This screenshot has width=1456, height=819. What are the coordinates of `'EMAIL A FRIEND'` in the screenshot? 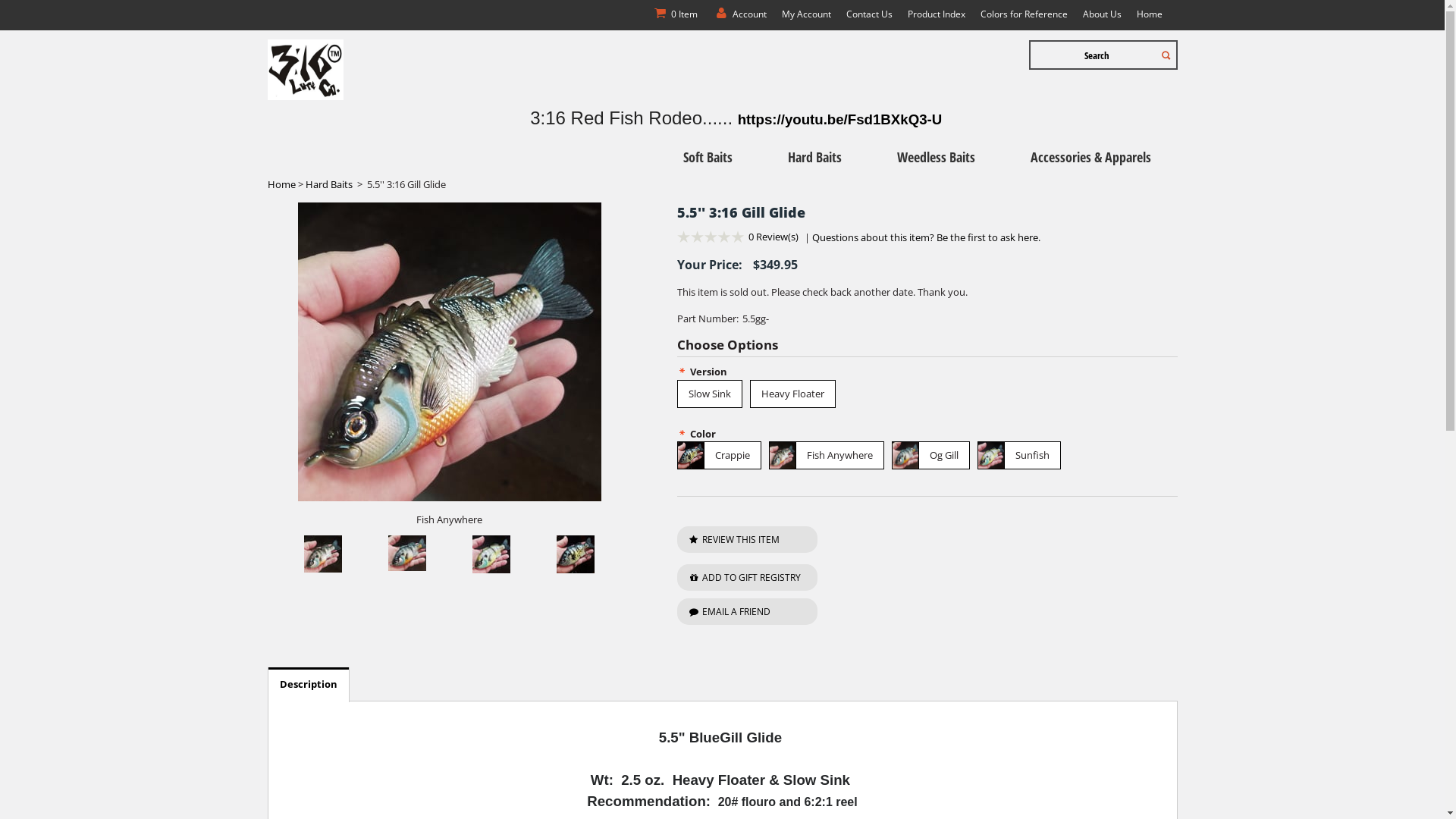 It's located at (746, 610).